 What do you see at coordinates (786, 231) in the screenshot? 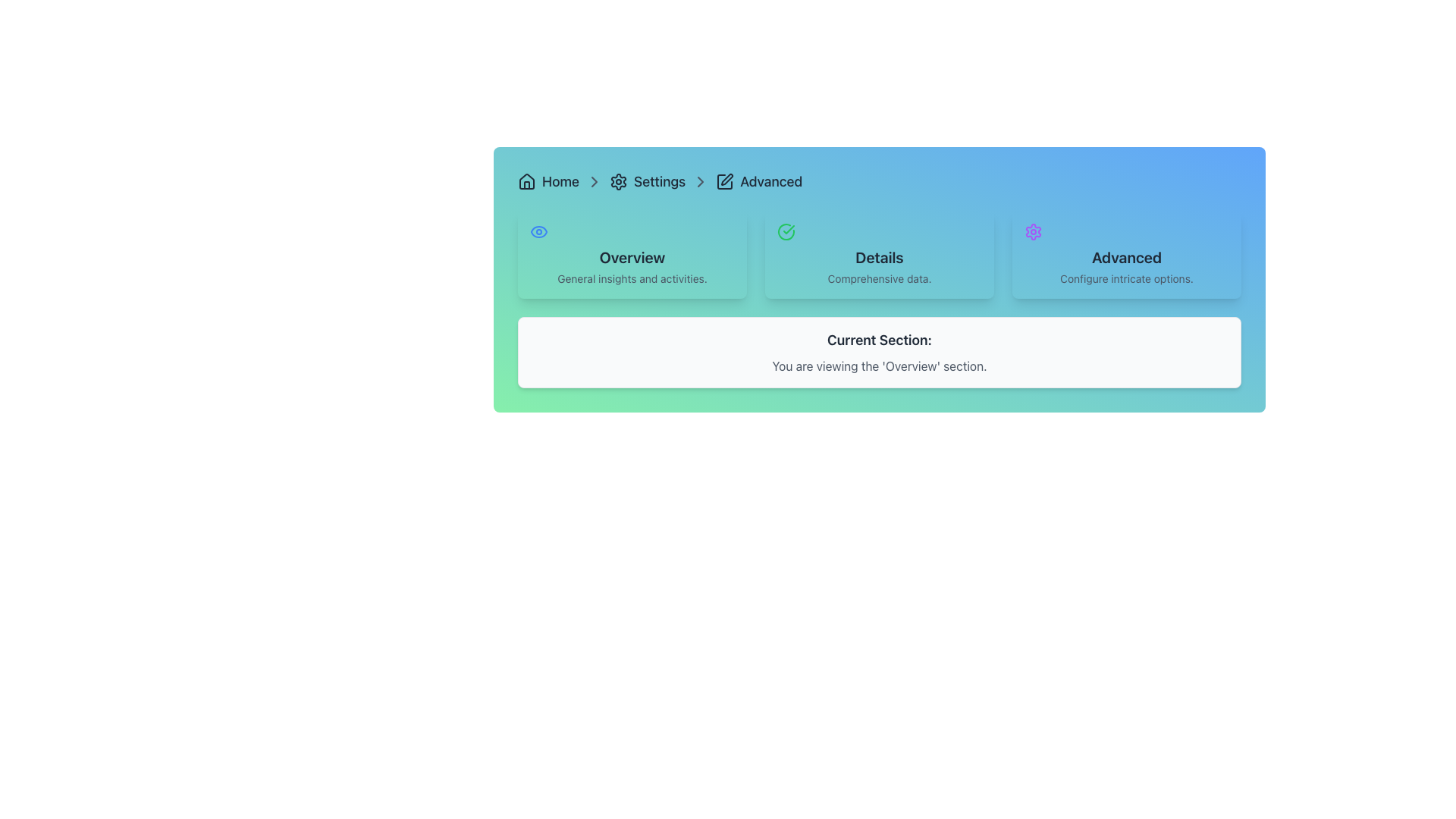
I see `the confirmation check mark icon, which is styled with a circular outline and is centrally located within the 'Details' section card` at bounding box center [786, 231].